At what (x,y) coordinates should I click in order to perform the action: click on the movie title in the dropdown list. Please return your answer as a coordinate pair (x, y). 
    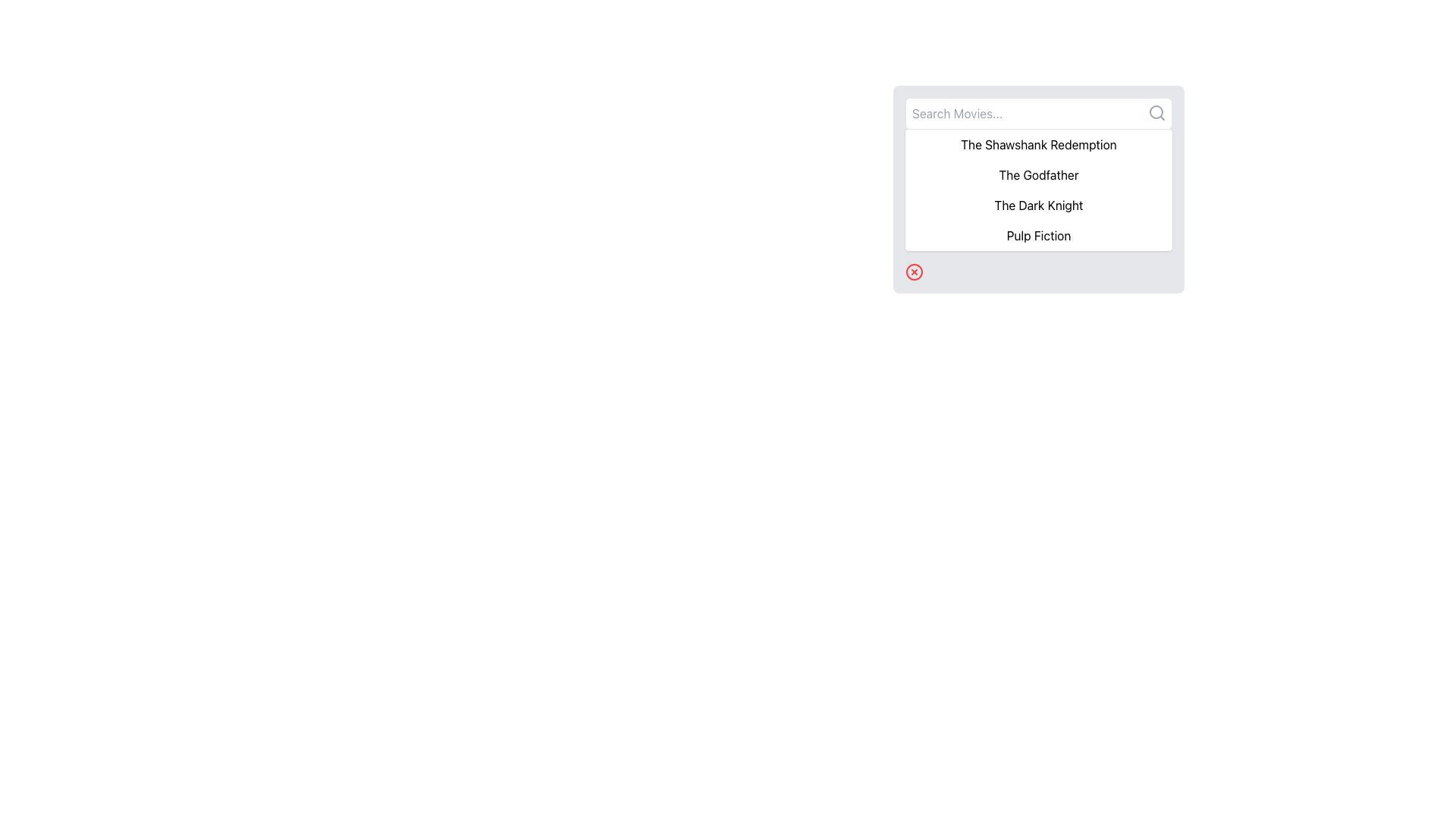
    Looking at the image, I should click on (1037, 174).